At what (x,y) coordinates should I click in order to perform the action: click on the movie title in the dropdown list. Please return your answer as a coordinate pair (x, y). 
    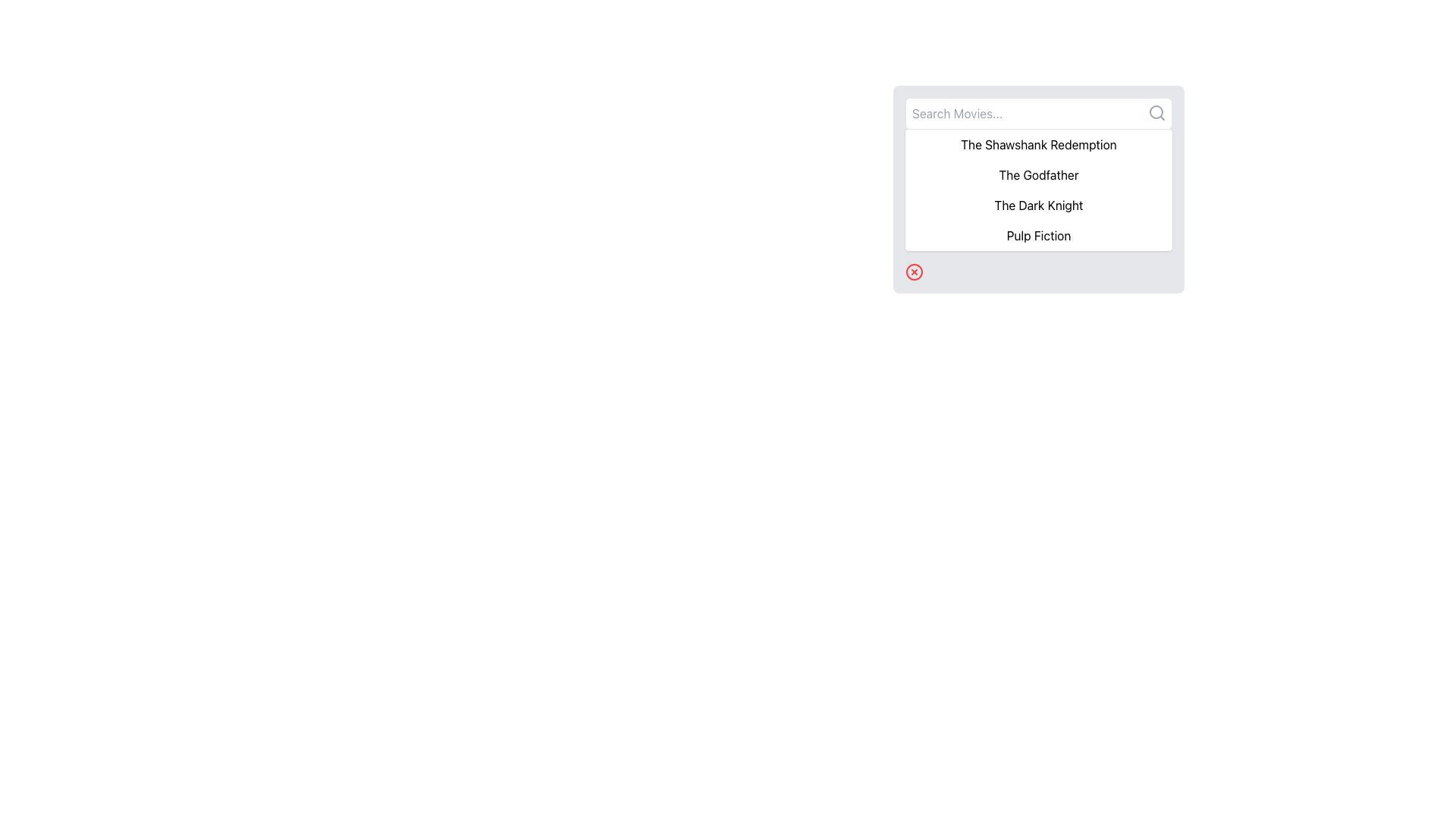
    Looking at the image, I should click on (1037, 174).